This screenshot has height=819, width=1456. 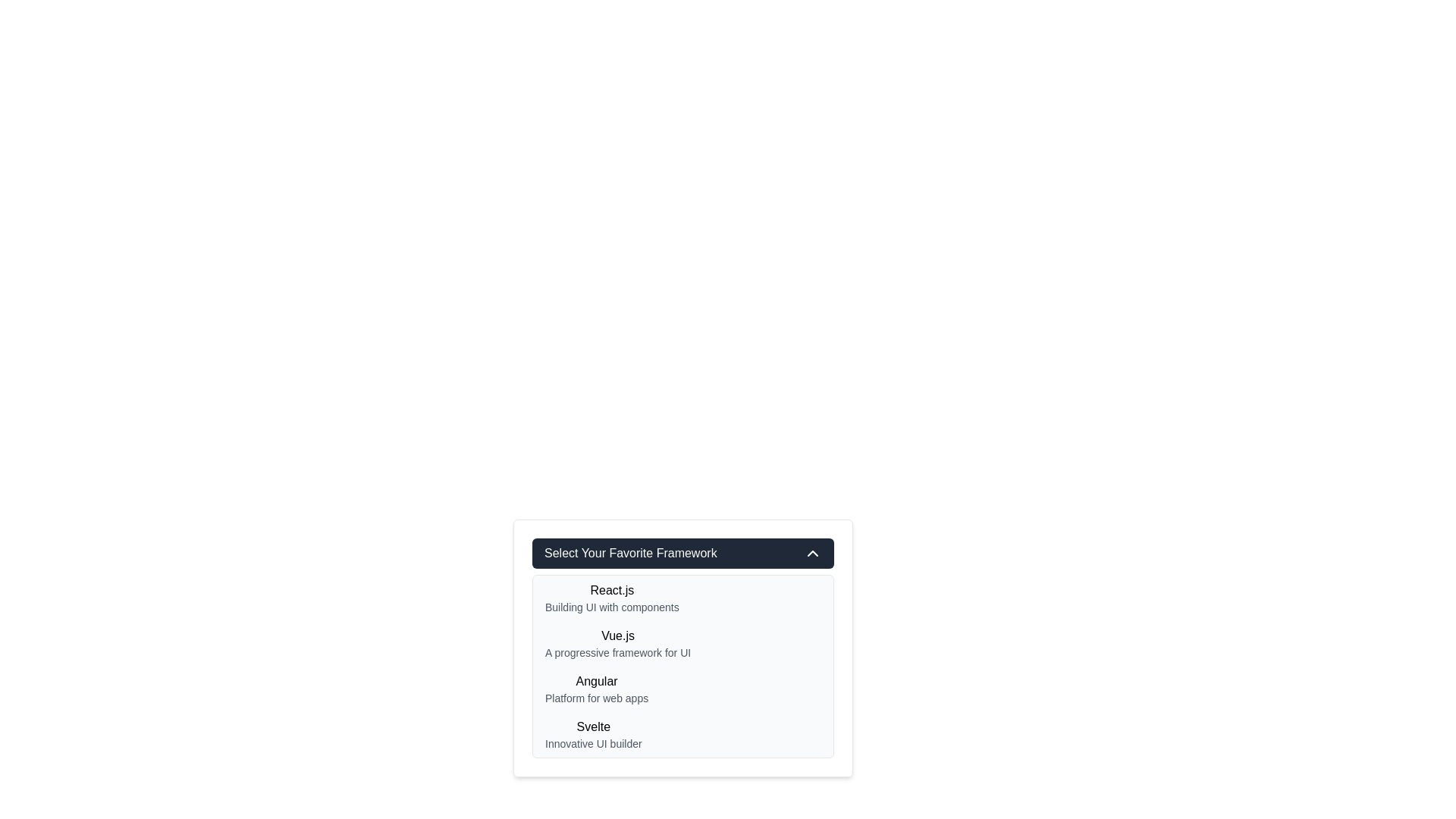 I want to click on the third selectable list item in the dropdown menu, which represents the 'Angular' framework and is located between 'Vue.js' and 'Svelte', so click(x=682, y=689).